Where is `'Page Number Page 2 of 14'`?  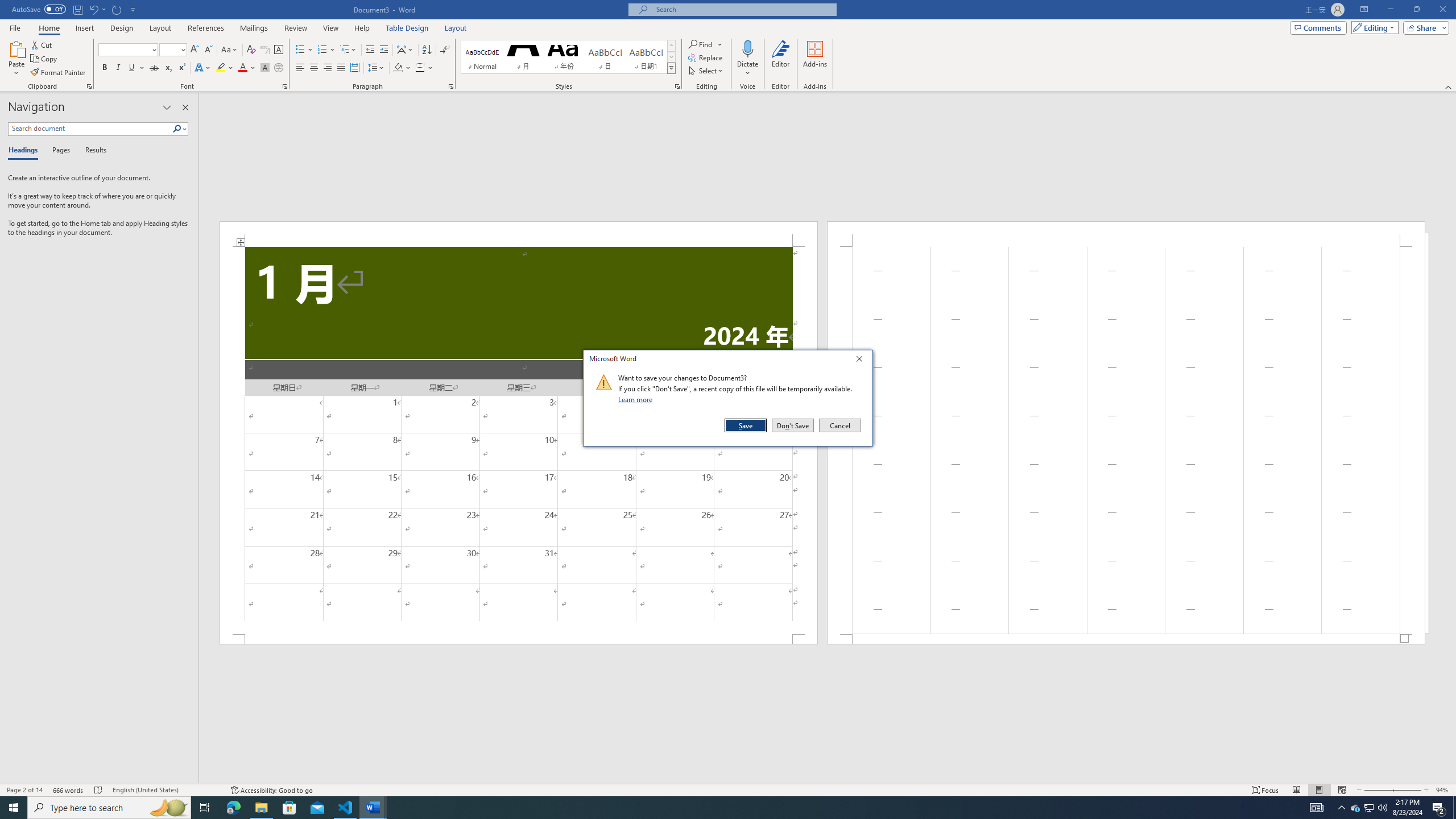 'Page Number Page 2 of 14' is located at coordinates (24, 790).